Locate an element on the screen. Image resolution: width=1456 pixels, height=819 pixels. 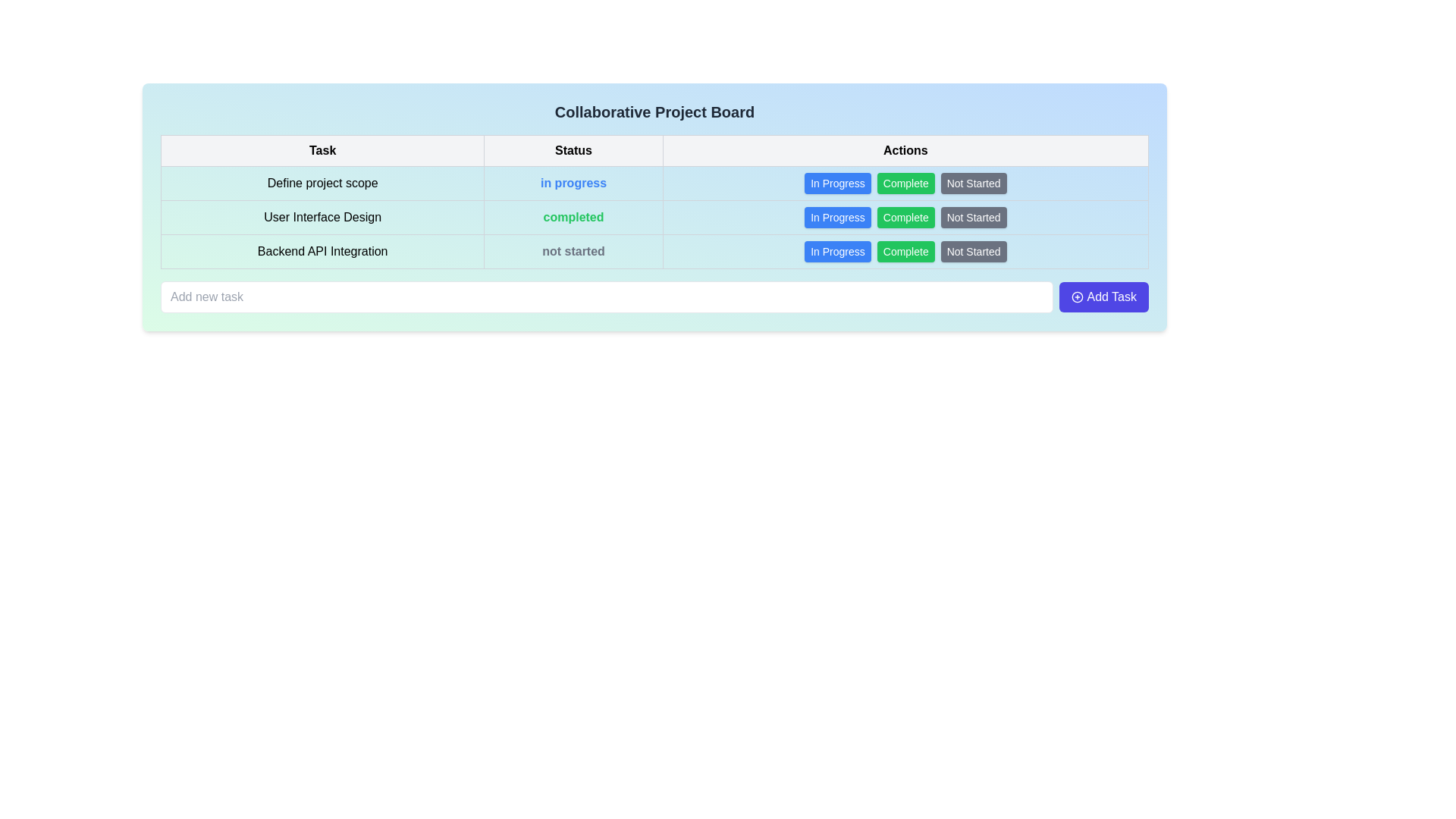
the 'Not Started' button, which is a rectangular button with rounded corners located in the 'Actions' column of the third row of the table is located at coordinates (974, 250).